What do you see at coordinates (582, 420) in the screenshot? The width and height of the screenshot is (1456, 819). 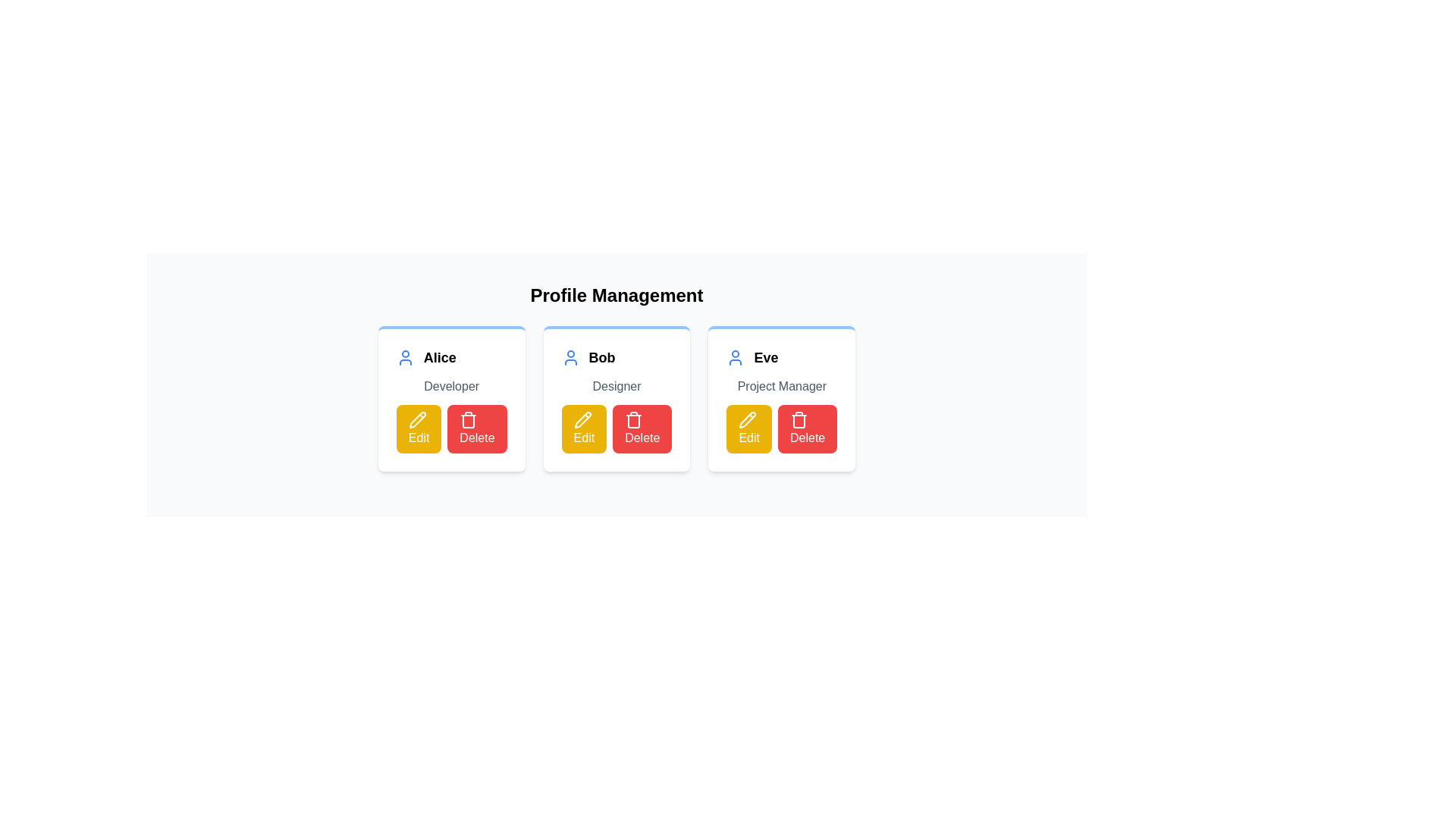 I see `the edit button for Bob's profile in the Profile Management section` at bounding box center [582, 420].